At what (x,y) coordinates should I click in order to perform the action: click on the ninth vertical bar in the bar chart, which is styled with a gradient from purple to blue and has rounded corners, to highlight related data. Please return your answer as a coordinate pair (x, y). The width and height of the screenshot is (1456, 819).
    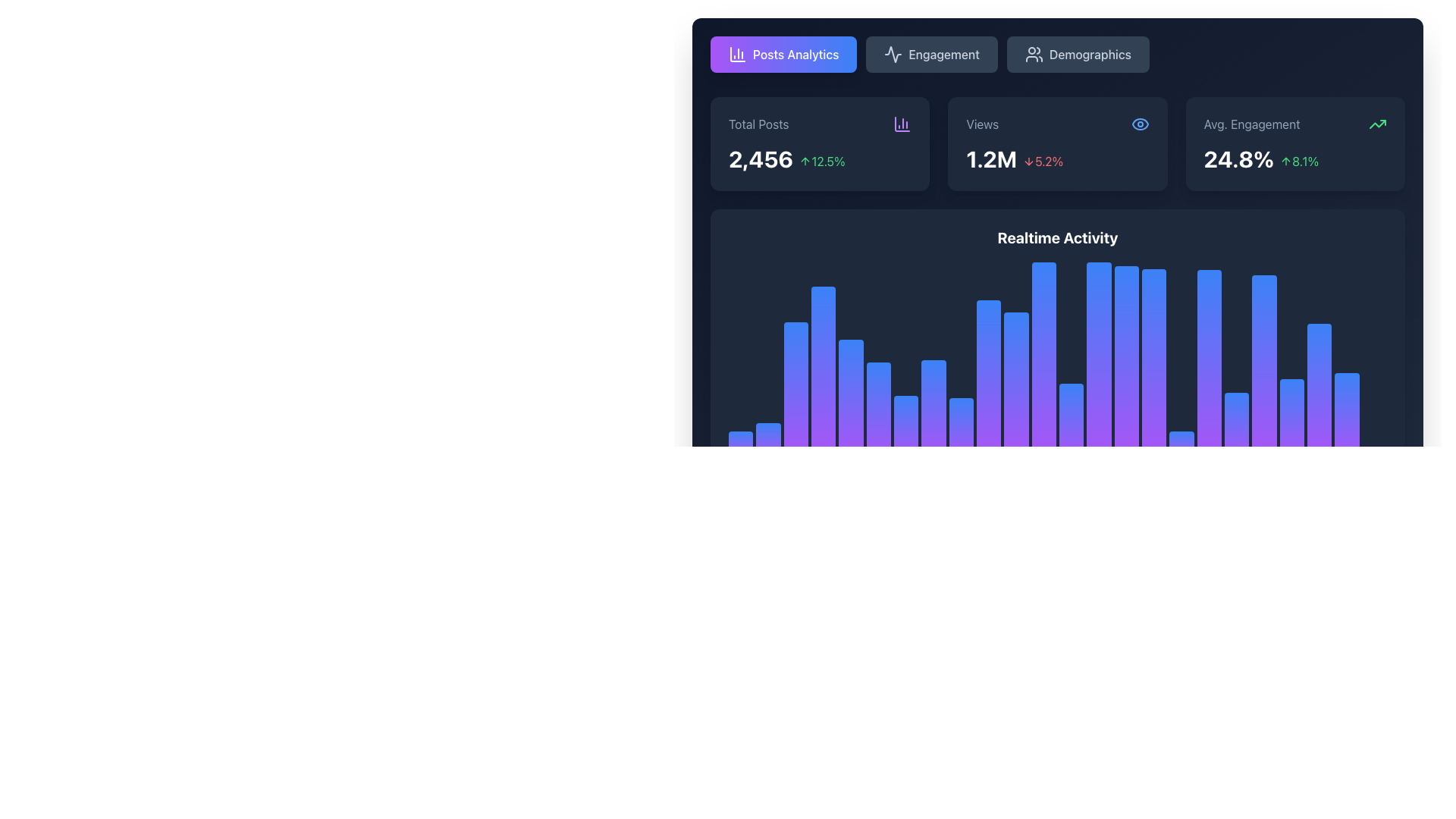
    Looking at the image, I should click on (960, 394).